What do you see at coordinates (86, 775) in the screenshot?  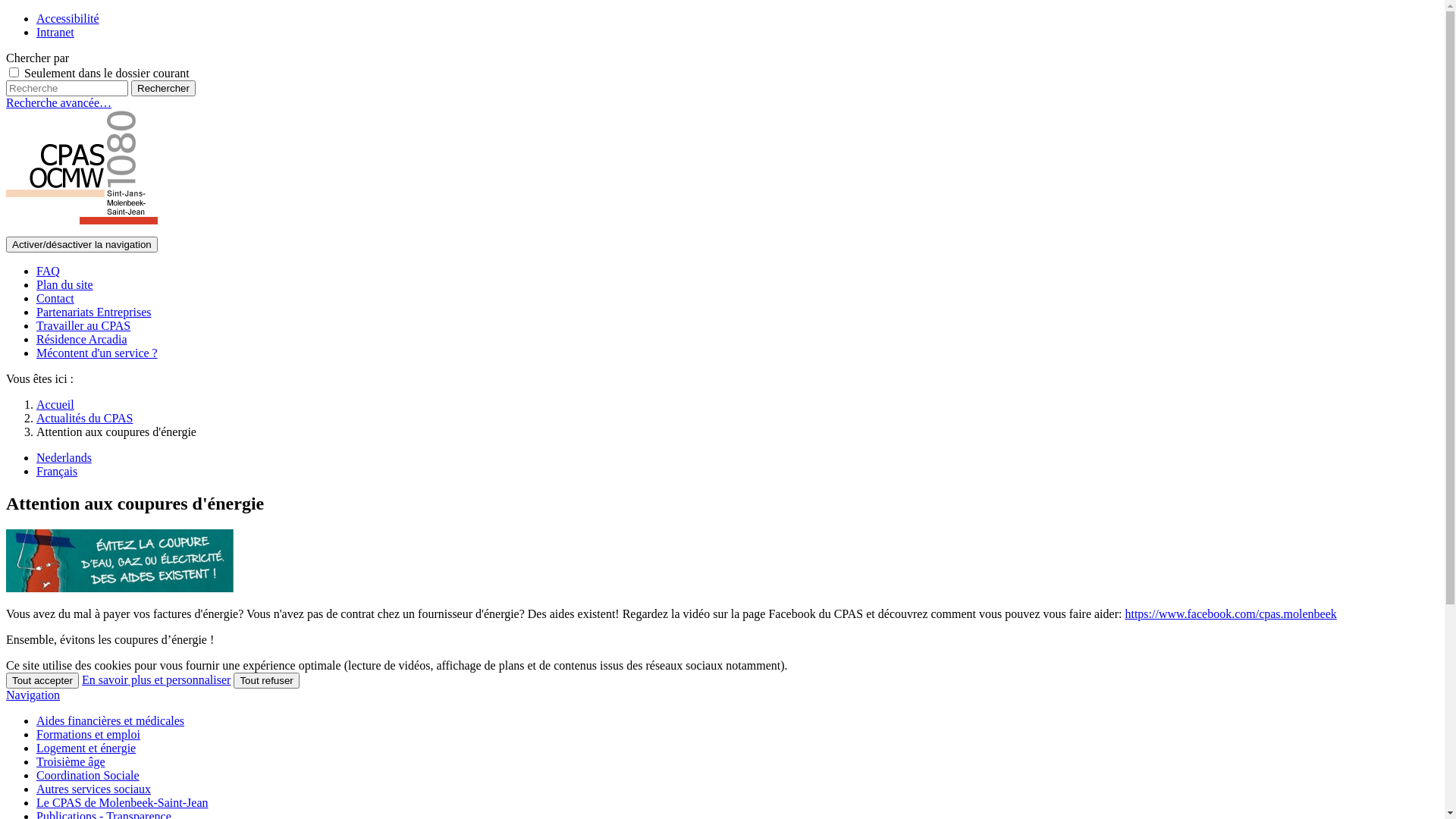 I see `'Coordination Sociale'` at bounding box center [86, 775].